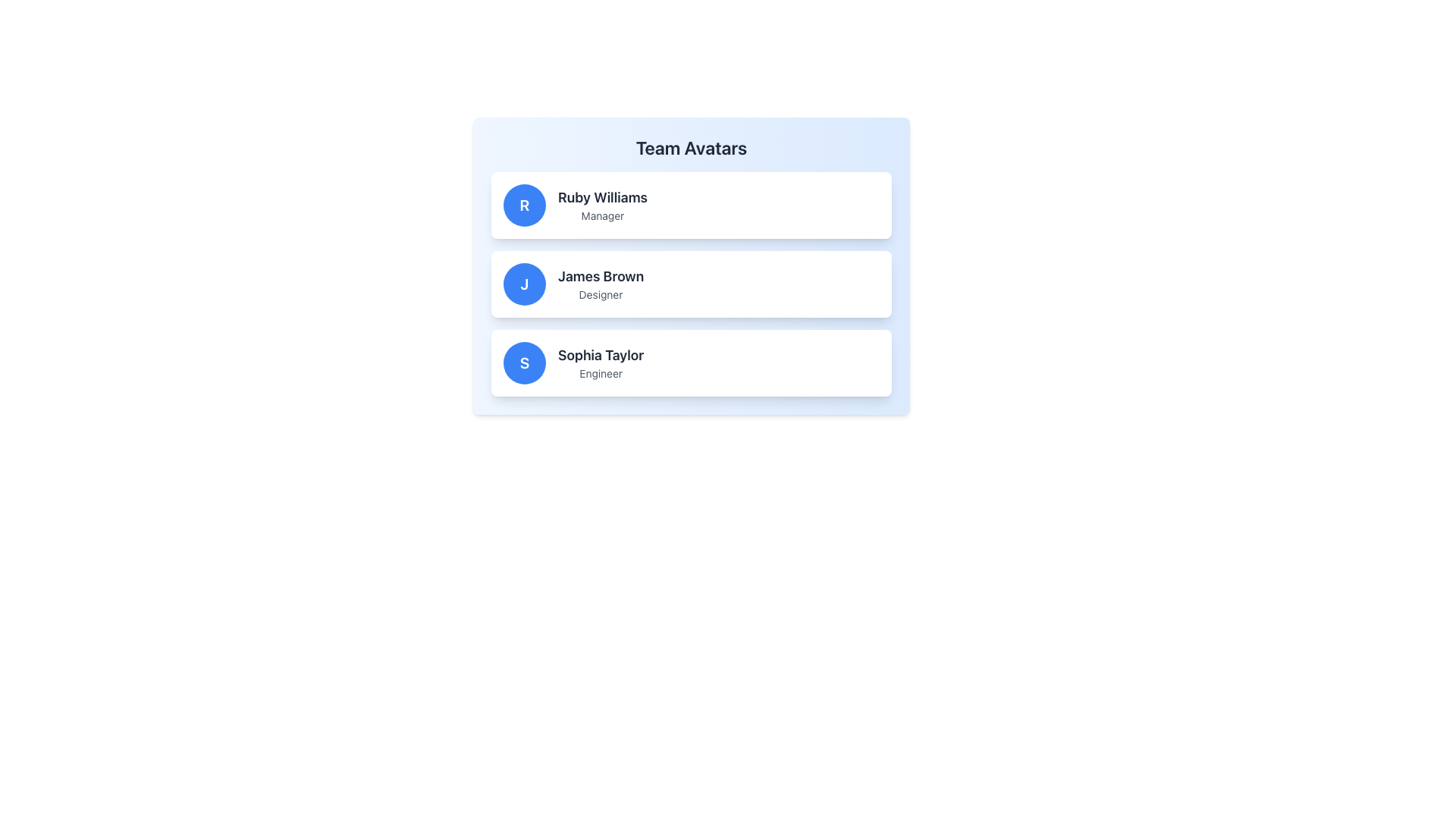 This screenshot has height=819, width=1456. What do you see at coordinates (524, 205) in the screenshot?
I see `the Avatar (Graphical Representation) for 'Ruby Williams'` at bounding box center [524, 205].